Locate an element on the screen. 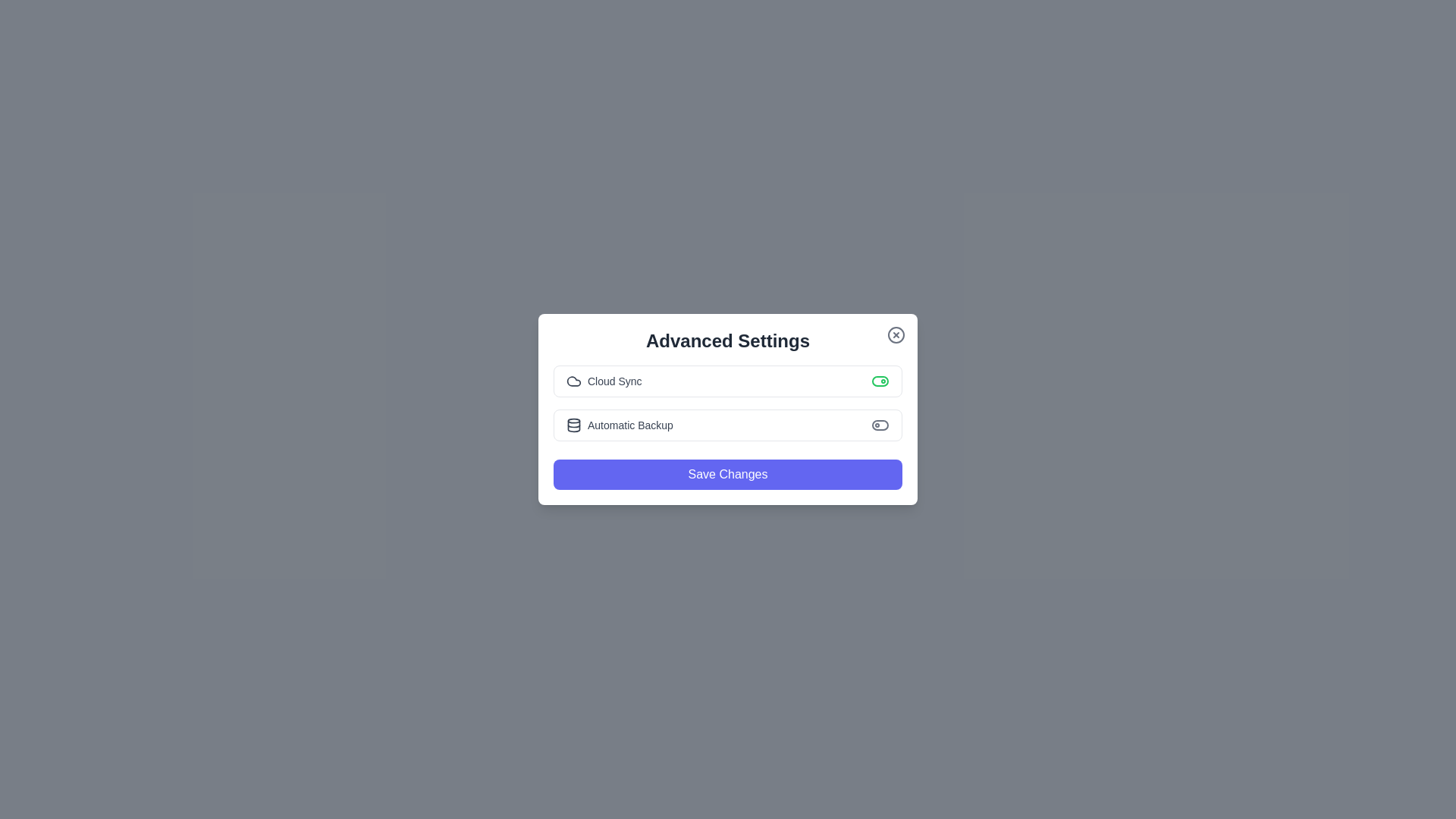 The width and height of the screenshot is (1456, 819). text label that displays 'Advanced Settings', which is styled in bold, large font and dark gray color, located at the top of the modal dialog box is located at coordinates (728, 341).